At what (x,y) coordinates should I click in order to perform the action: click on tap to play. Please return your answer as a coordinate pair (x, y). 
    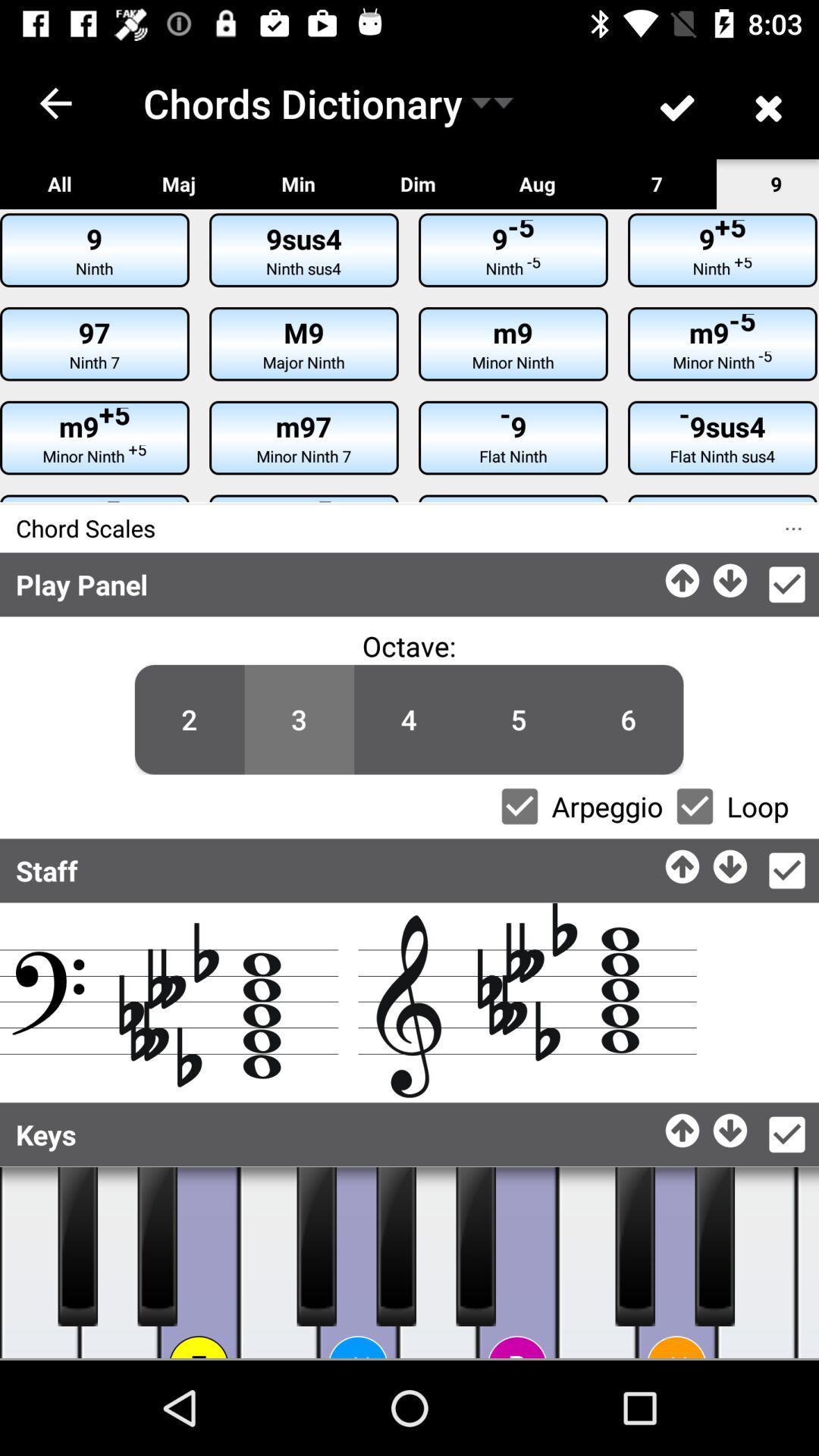
    Looking at the image, I should click on (278, 1263).